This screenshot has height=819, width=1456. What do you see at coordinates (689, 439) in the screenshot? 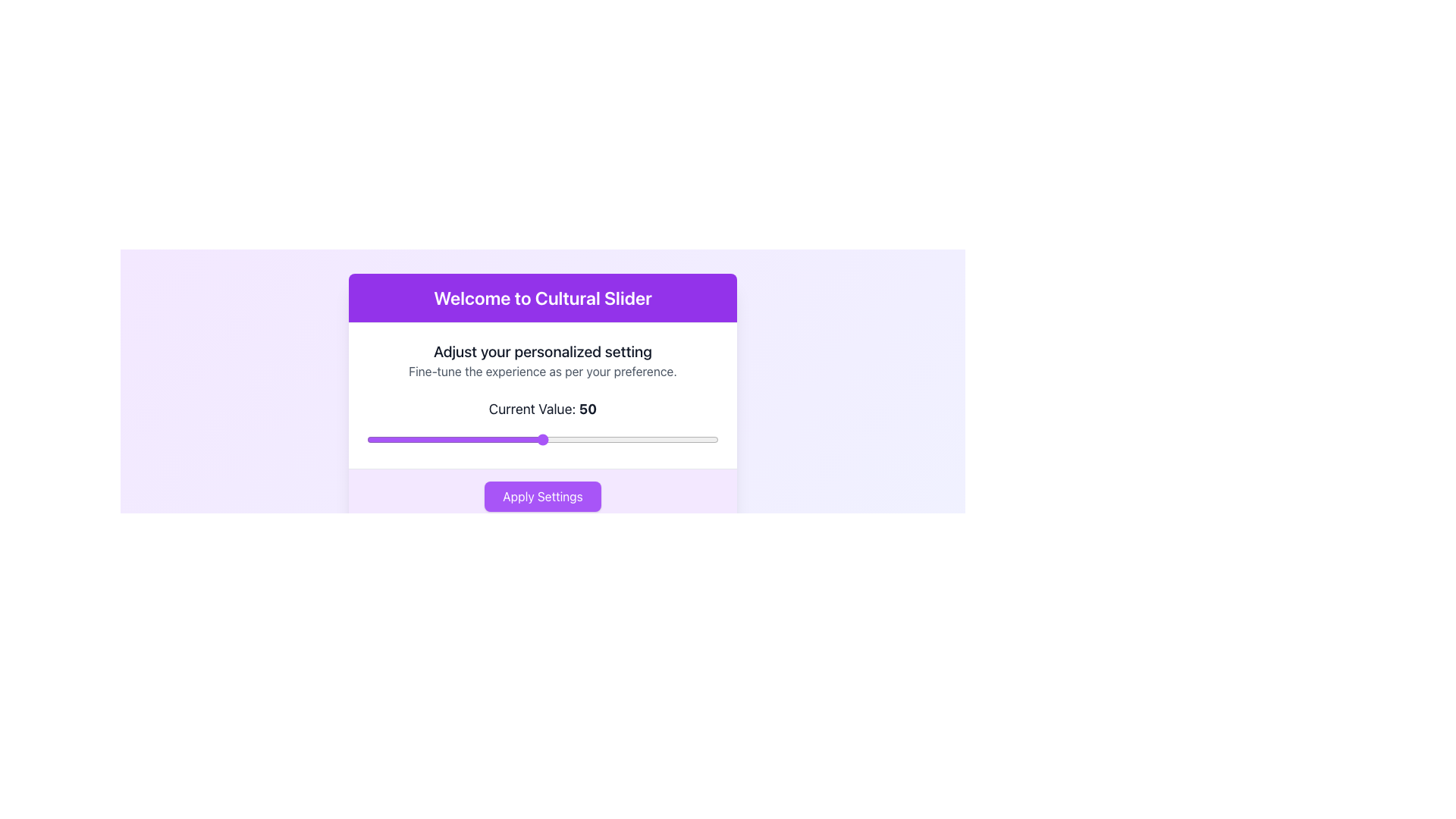
I see `the slider` at bounding box center [689, 439].